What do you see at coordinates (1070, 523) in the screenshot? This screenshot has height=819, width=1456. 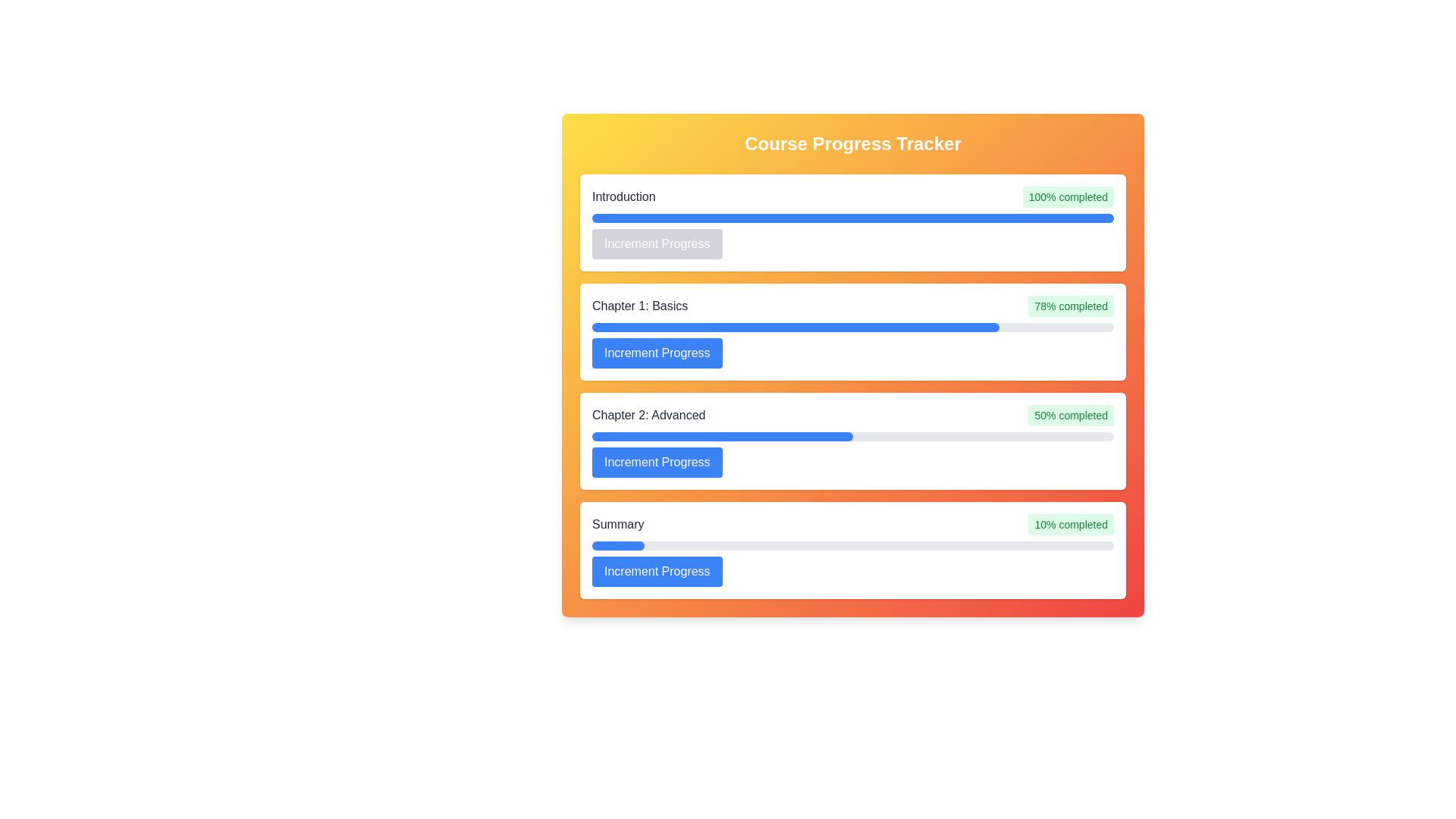 I see `the Progress Badge located in the 'Summary' section, positioned next to the title 'Summary', to visually indicate the completion percentage of the current section` at bounding box center [1070, 523].